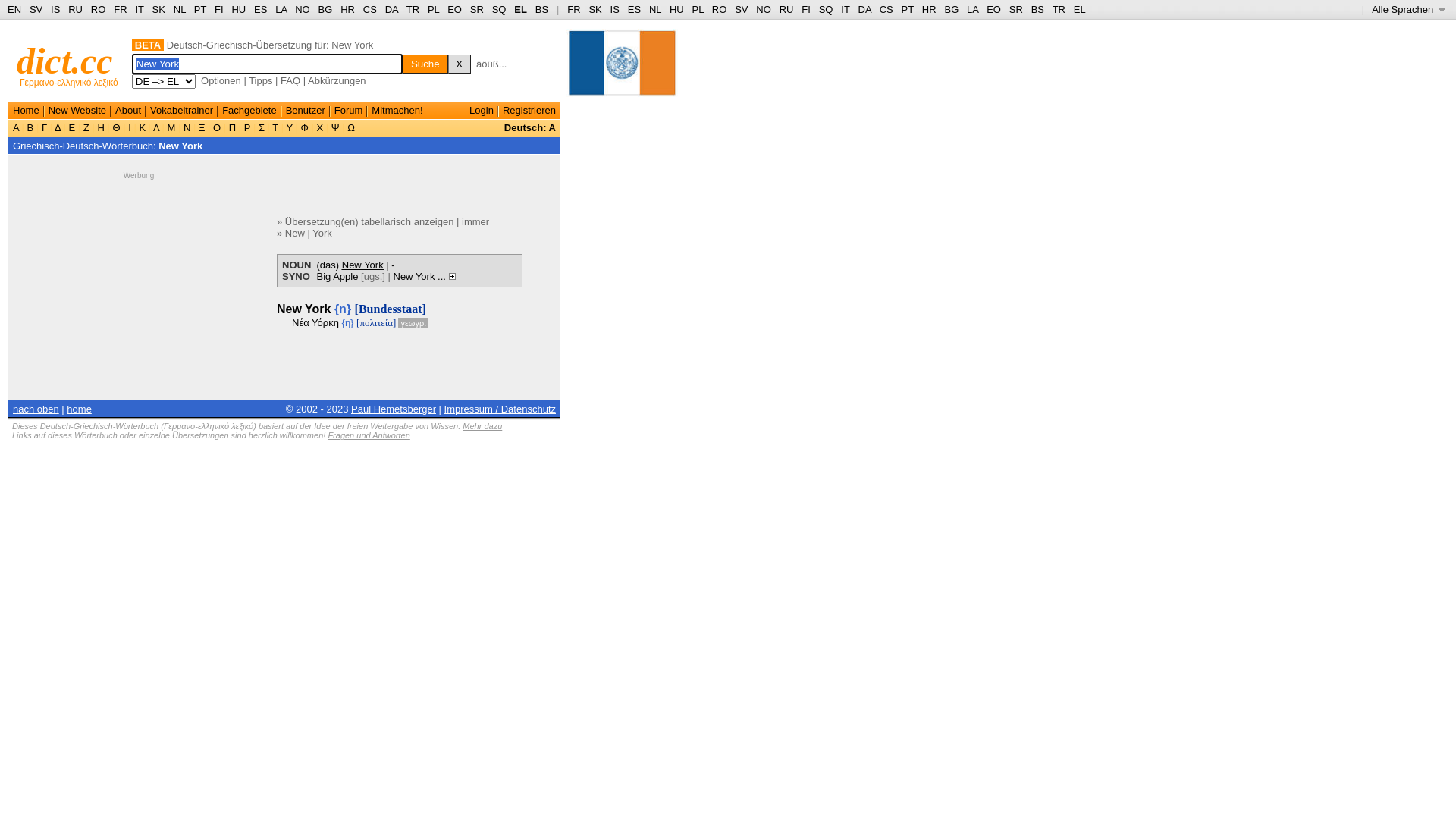 This screenshot has width=1456, height=819. Describe the element at coordinates (779, 9) in the screenshot. I see `'RU'` at that location.